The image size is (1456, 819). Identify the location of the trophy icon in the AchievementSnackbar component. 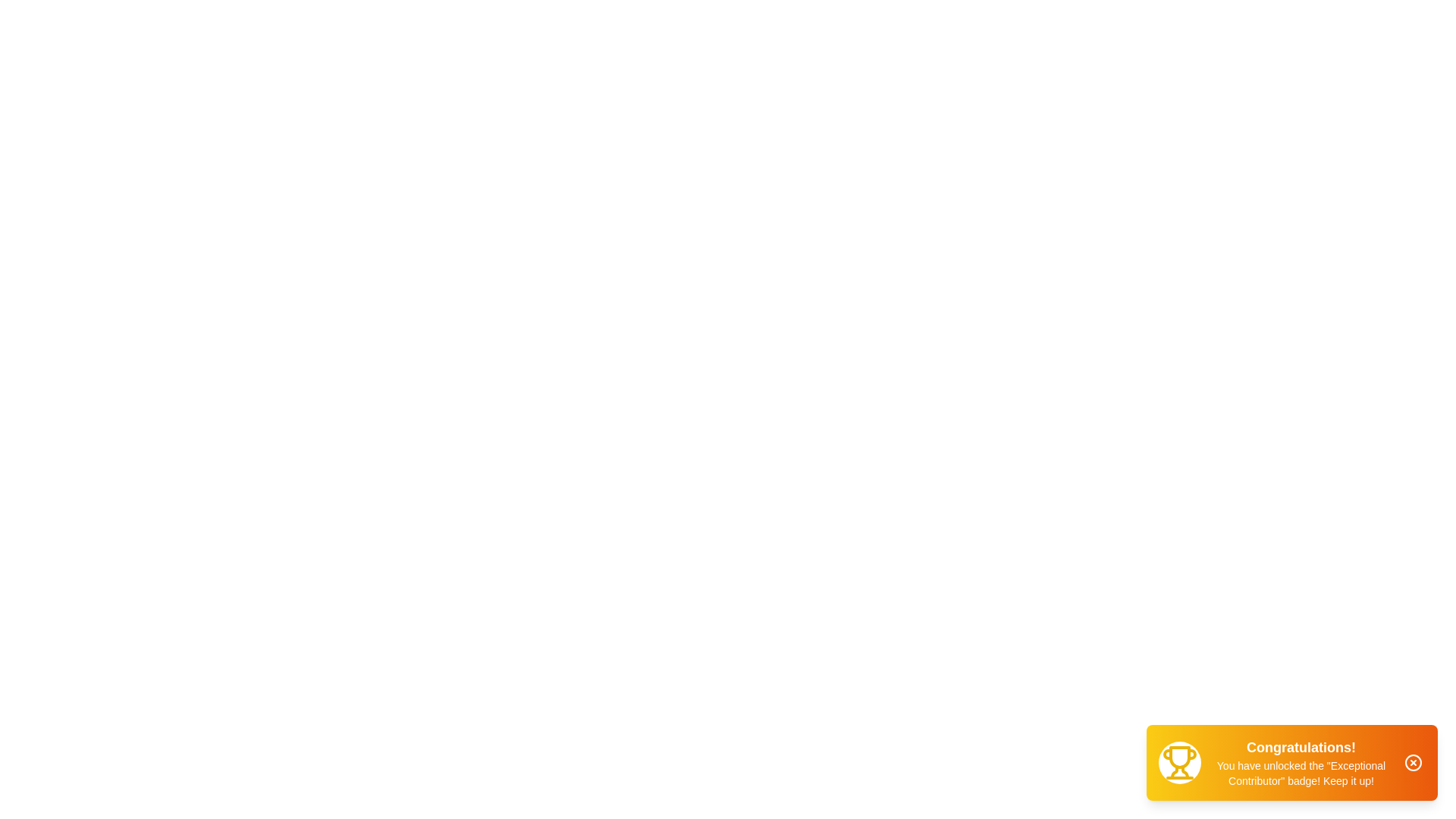
(1178, 763).